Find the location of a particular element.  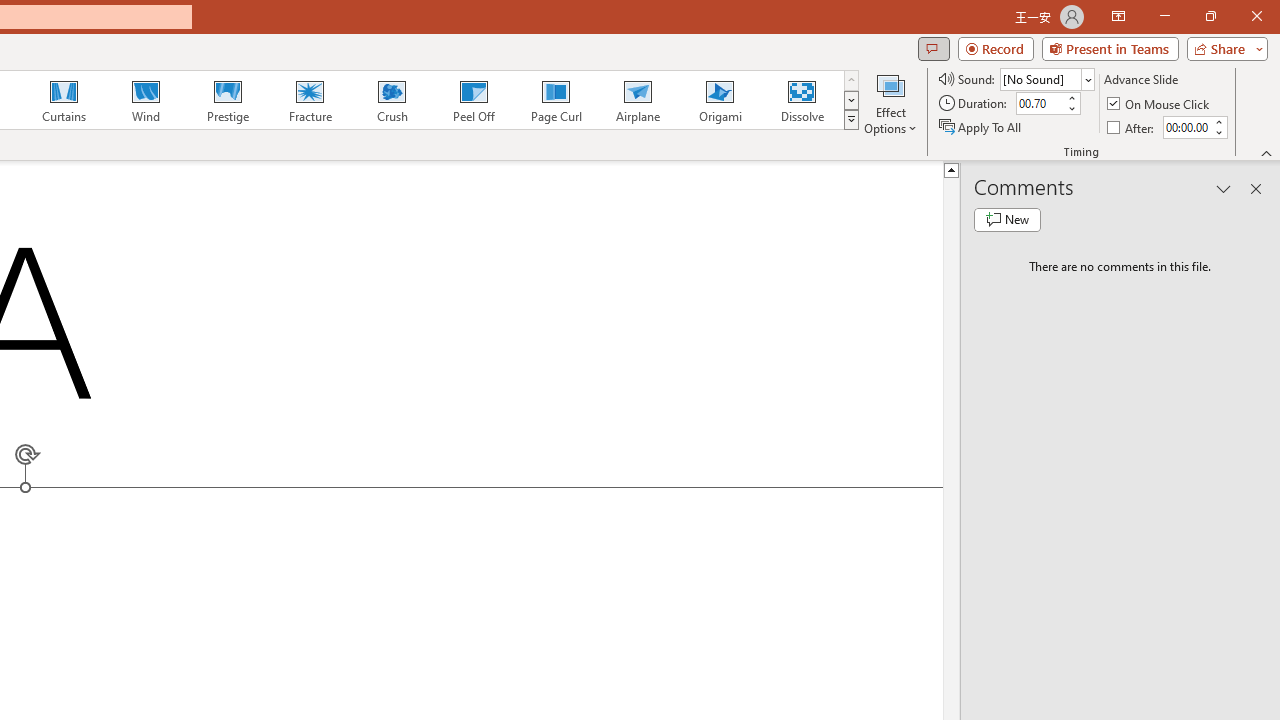

'Effect Options' is located at coordinates (889, 103).